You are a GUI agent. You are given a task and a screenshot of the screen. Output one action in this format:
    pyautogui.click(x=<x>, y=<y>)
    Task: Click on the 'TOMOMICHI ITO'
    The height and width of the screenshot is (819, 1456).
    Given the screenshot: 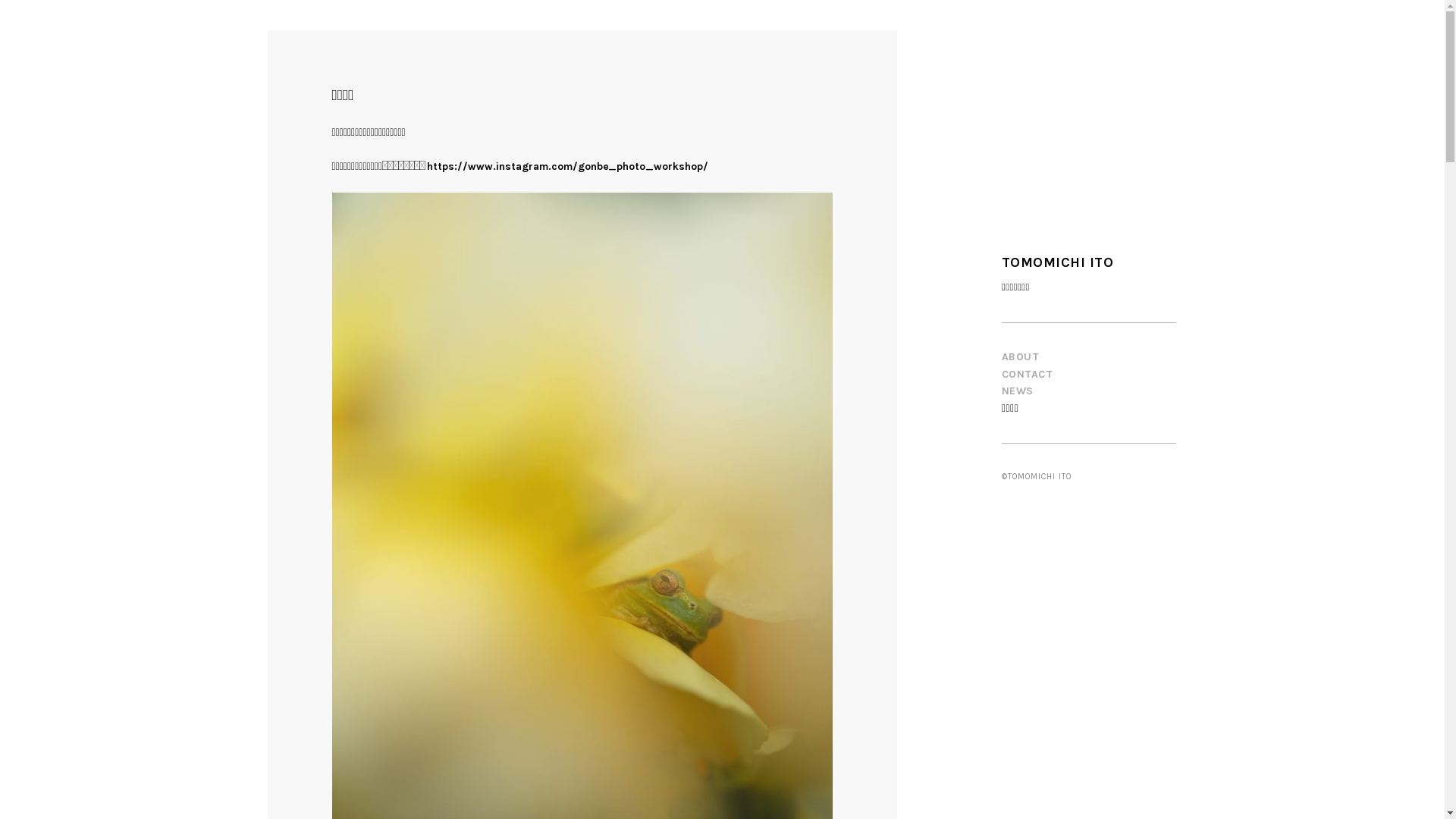 What is the action you would take?
    pyautogui.click(x=1001, y=262)
    